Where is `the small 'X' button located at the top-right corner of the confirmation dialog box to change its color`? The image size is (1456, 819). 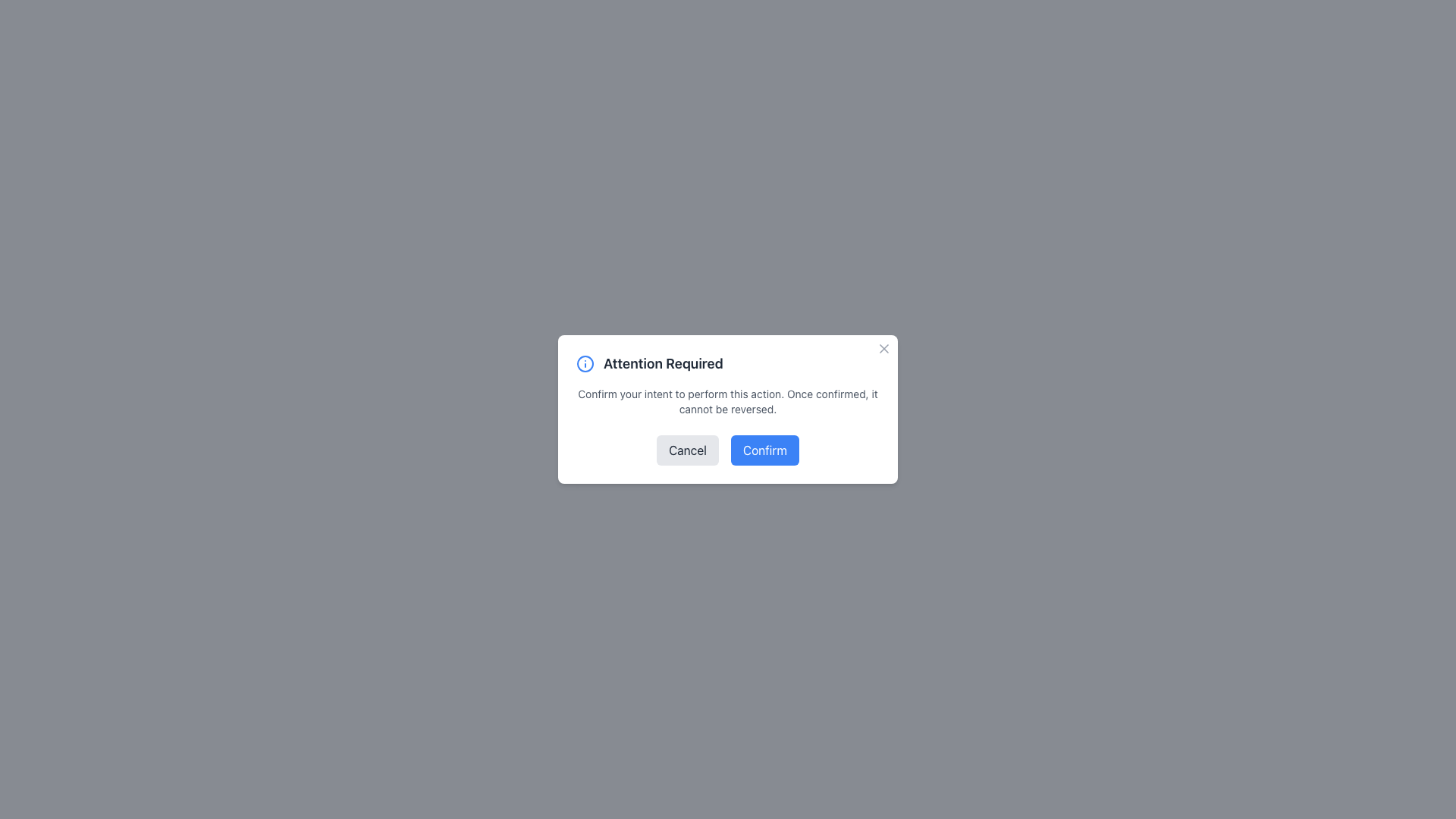 the small 'X' button located at the top-right corner of the confirmation dialog box to change its color is located at coordinates (884, 348).